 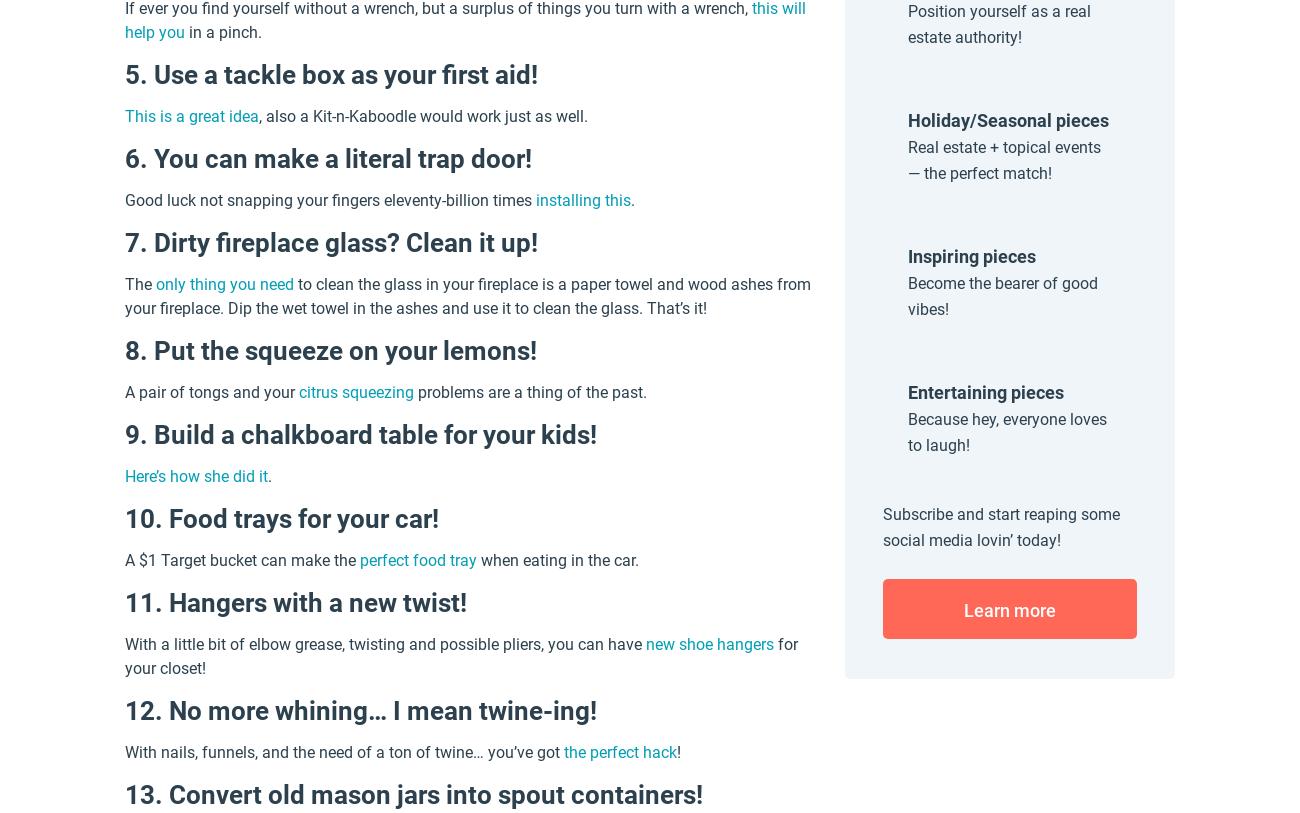 What do you see at coordinates (385, 644) in the screenshot?
I see `'With a little bit of elbow grease, twisting and possible pliers, you can have'` at bounding box center [385, 644].